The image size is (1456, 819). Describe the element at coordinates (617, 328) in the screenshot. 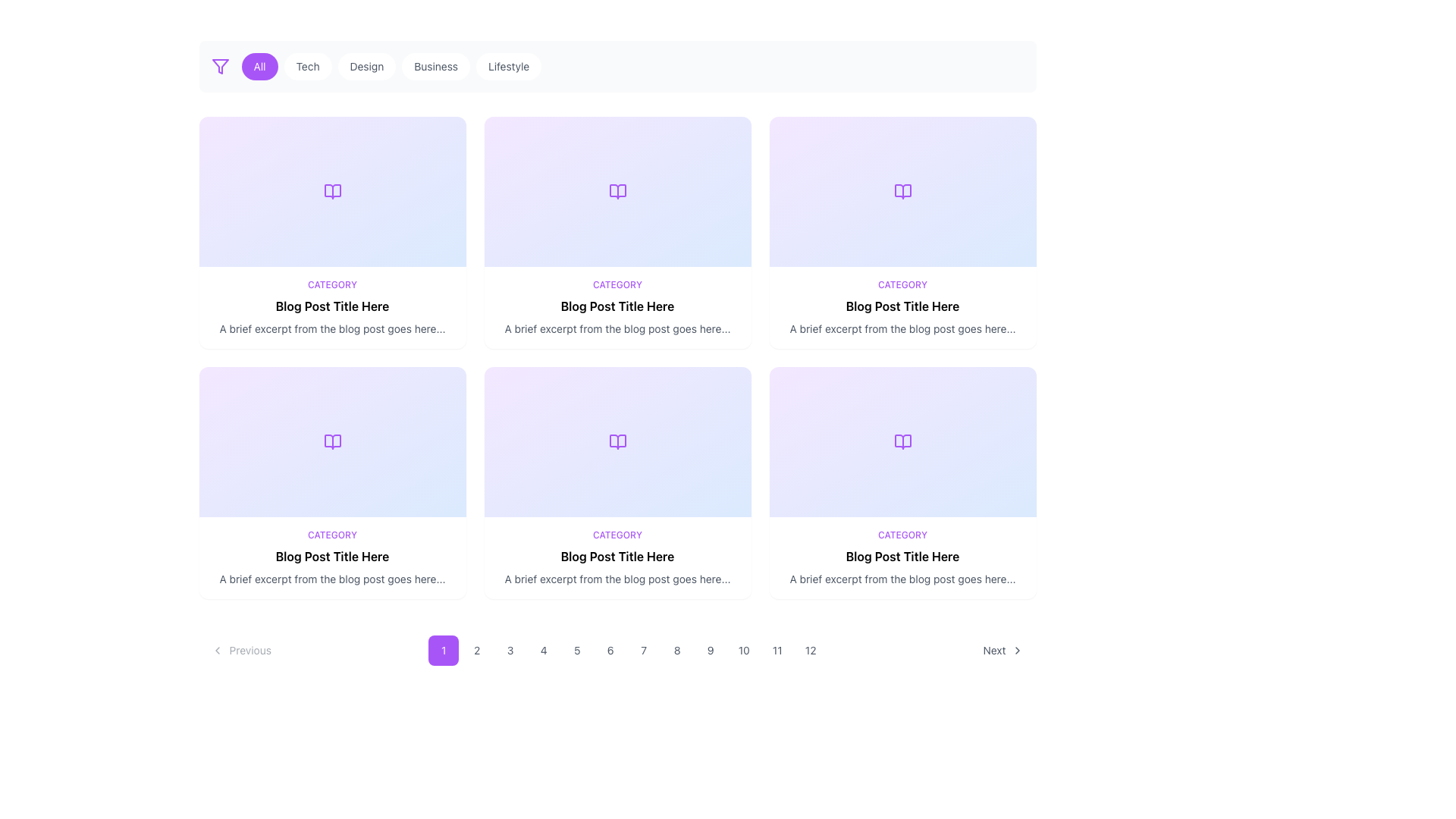

I see `static text element displaying the message 'A brief excerpt from the blog post goes here...' located below the title 'Blog Post Title Here' and 'CATEGORY' in the grid layout` at that location.